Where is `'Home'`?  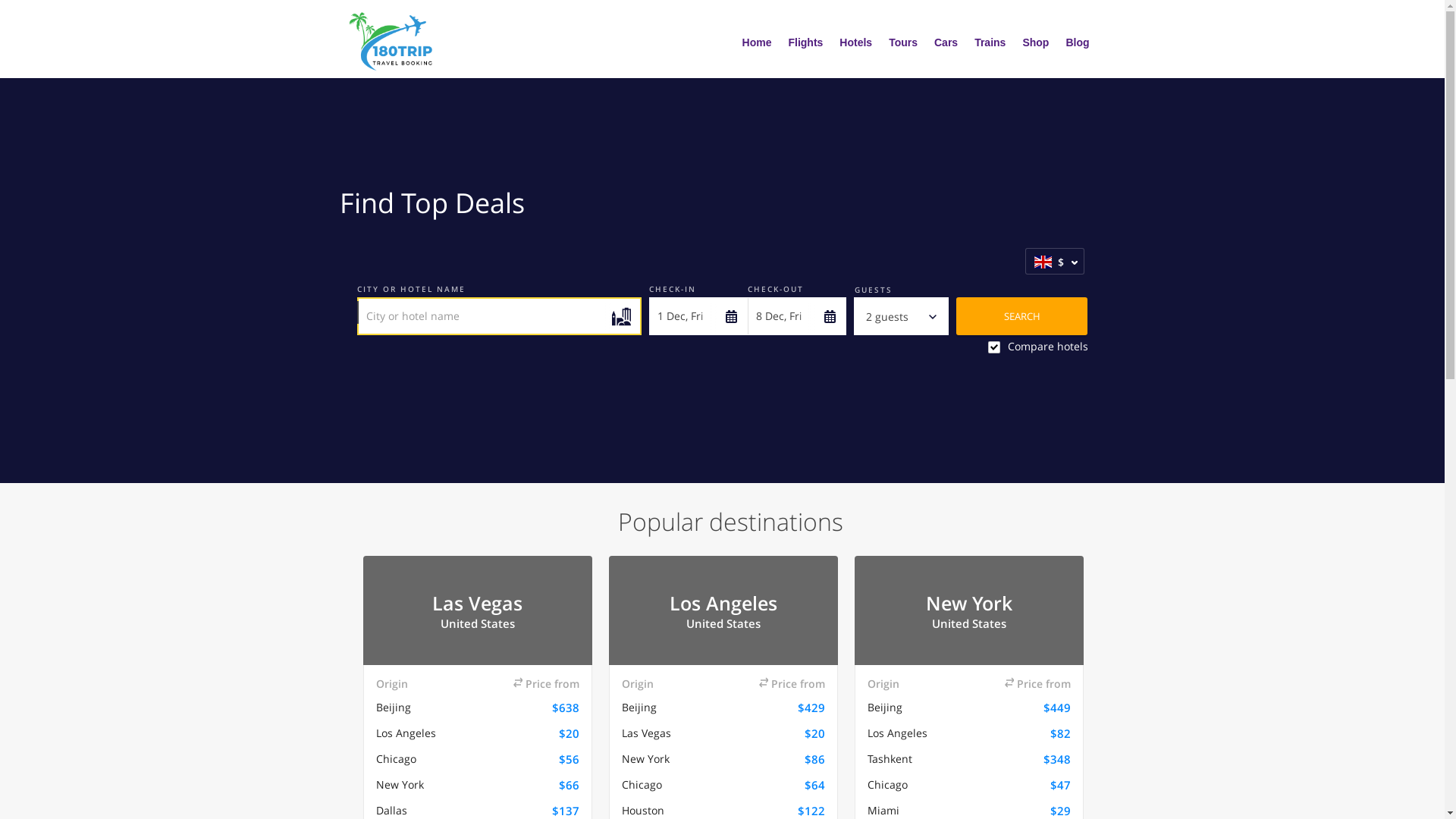 'Home' is located at coordinates (757, 42).